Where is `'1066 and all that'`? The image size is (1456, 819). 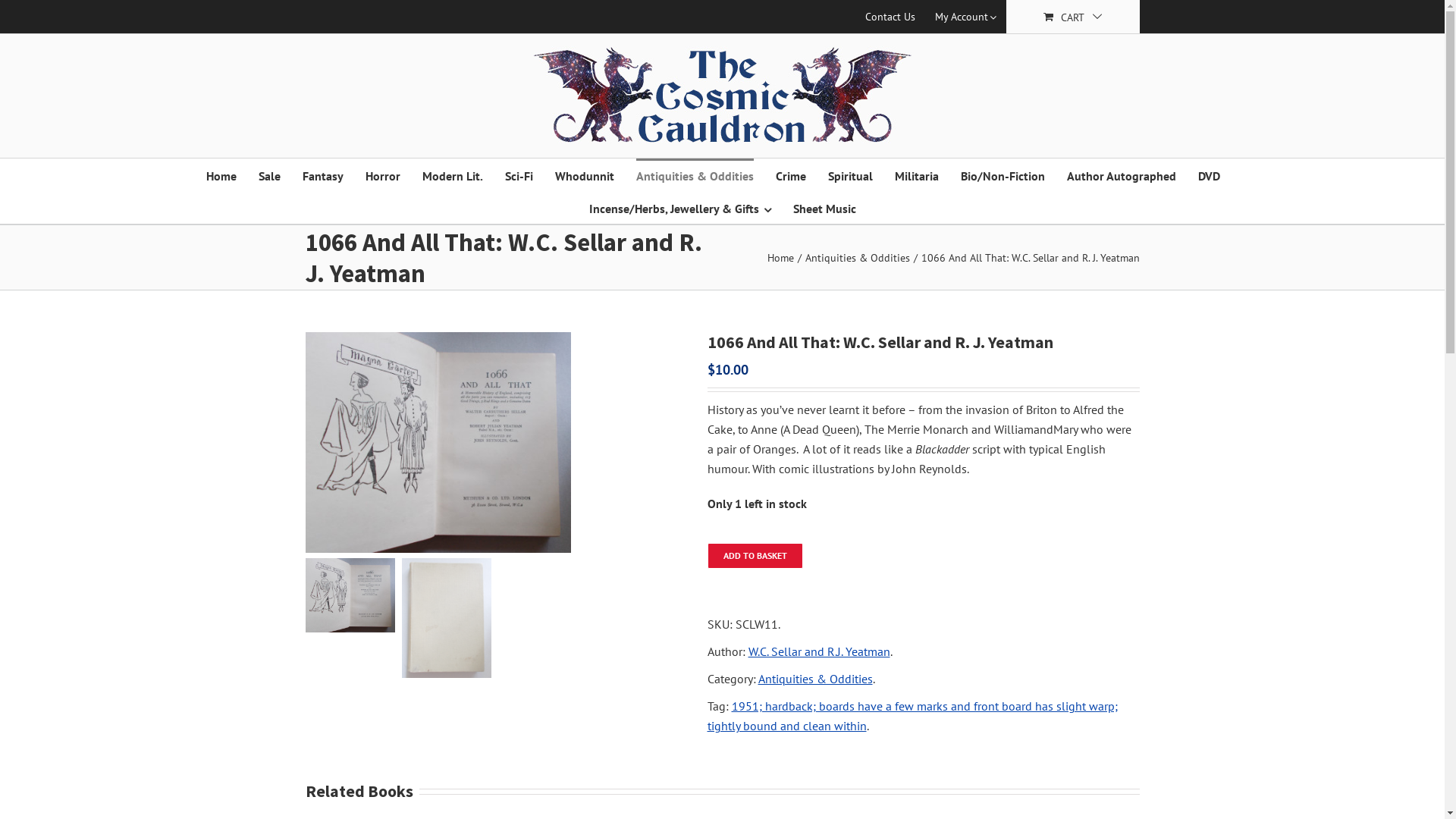
'1066 and all that' is located at coordinates (304, 595).